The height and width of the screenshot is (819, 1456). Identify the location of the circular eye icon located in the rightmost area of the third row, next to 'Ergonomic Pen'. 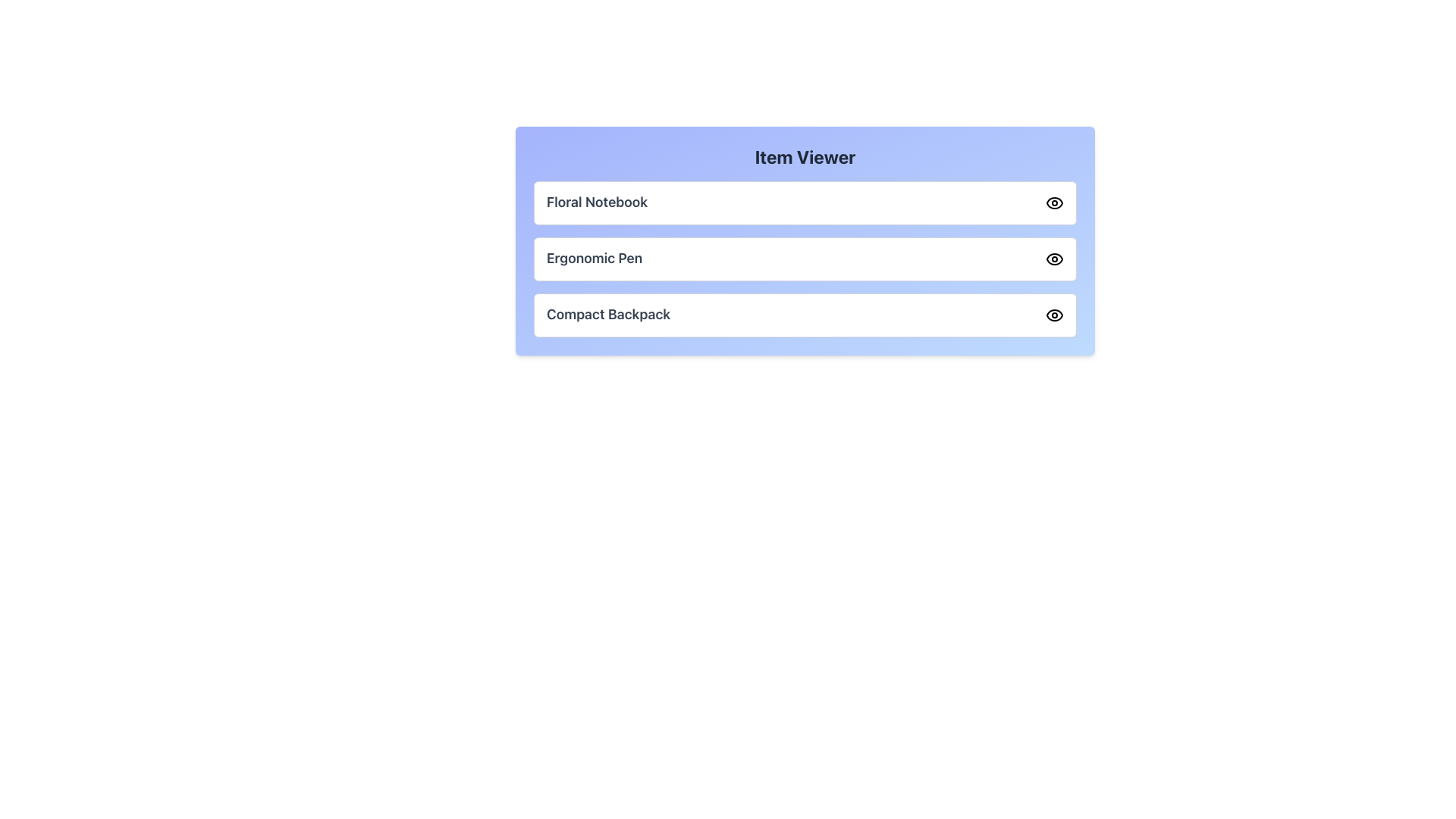
(1054, 259).